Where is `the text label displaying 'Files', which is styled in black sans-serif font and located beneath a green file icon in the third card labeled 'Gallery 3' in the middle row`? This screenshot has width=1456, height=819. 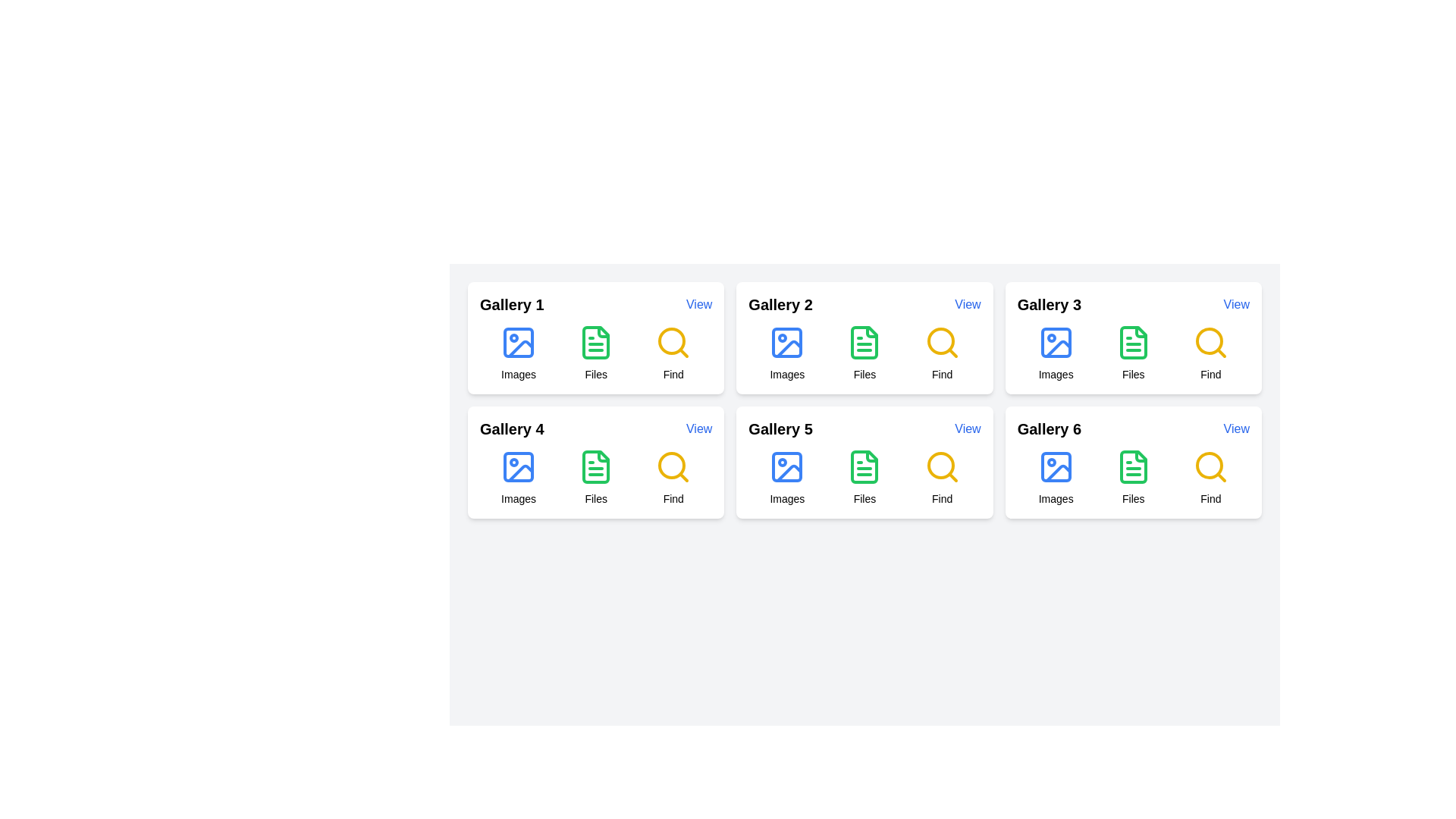
the text label displaying 'Files', which is styled in black sans-serif font and located beneath a green file icon in the third card labeled 'Gallery 3' in the middle row is located at coordinates (1133, 374).